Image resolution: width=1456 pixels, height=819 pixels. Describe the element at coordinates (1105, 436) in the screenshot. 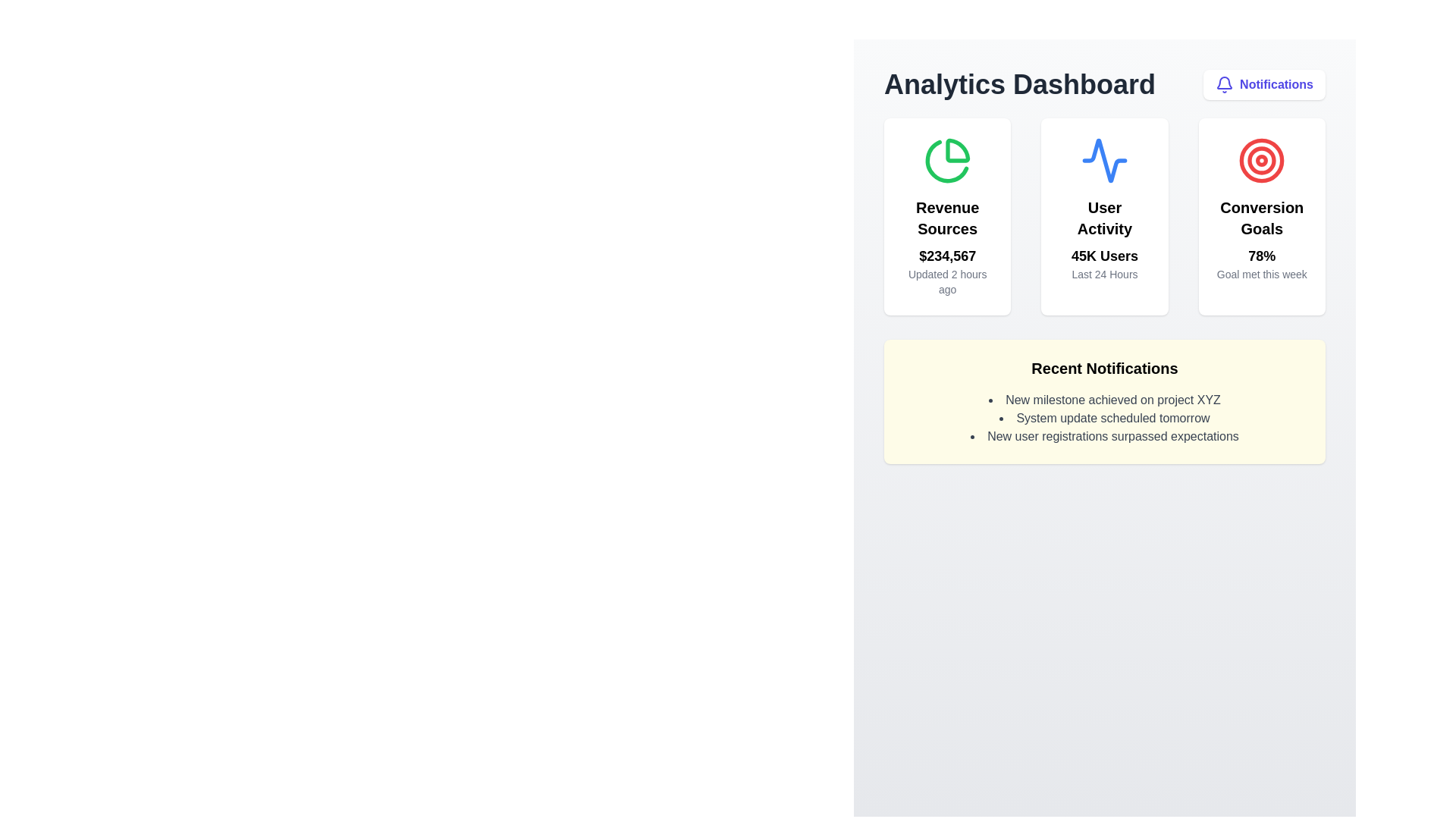

I see `the third text label in the 'Recent Notifications' list that communicates user registrations exceeding expectations, located below 'System update scheduled tomorrow.'` at that location.